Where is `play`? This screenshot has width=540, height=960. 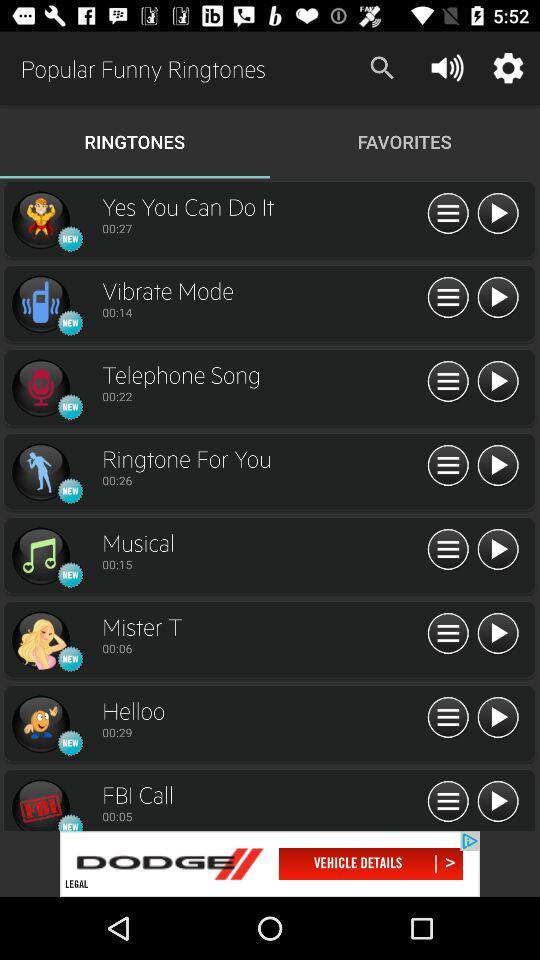
play is located at coordinates (496, 718).